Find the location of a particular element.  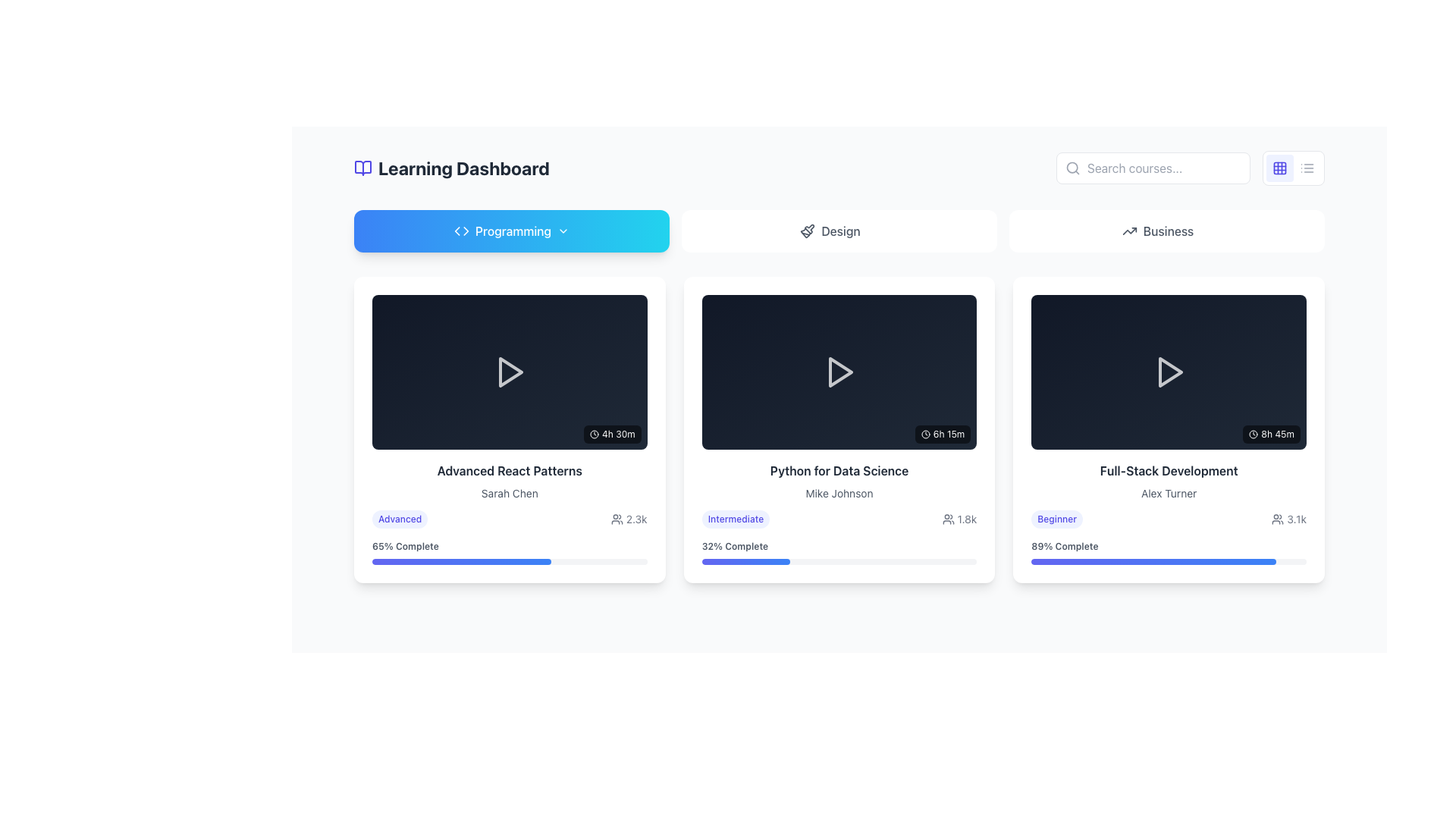

the small magnifying glass icon with a circular handle located in the left side of the search input field, positioned in the top-right of the interface is located at coordinates (1072, 168).